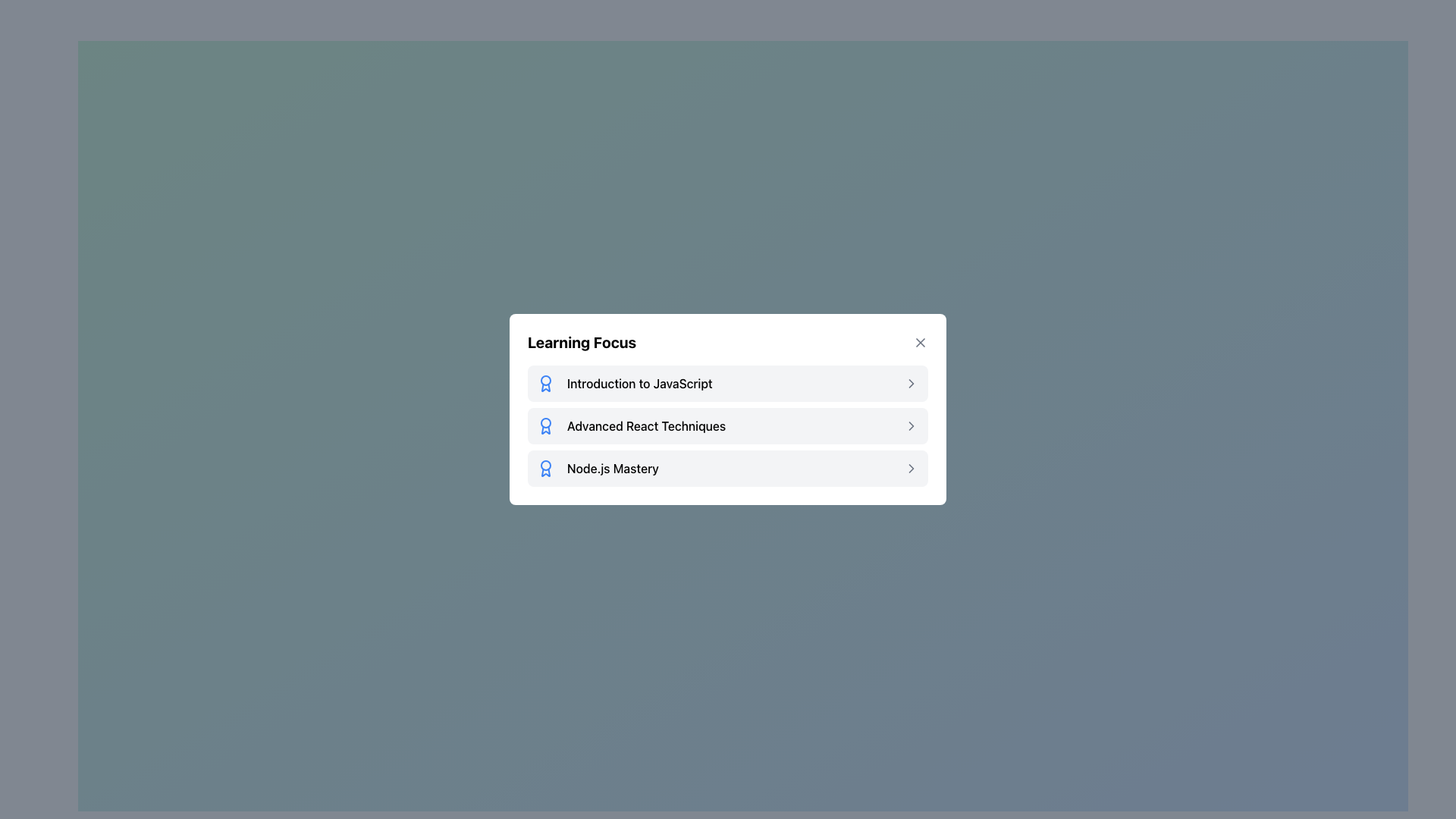  What do you see at coordinates (631, 426) in the screenshot?
I see `the second list item for 'Advanced React Techniques' in the vertical list, which is located beneath 'Introduction to JavaScript' and above 'Node.js Mastery'` at bounding box center [631, 426].